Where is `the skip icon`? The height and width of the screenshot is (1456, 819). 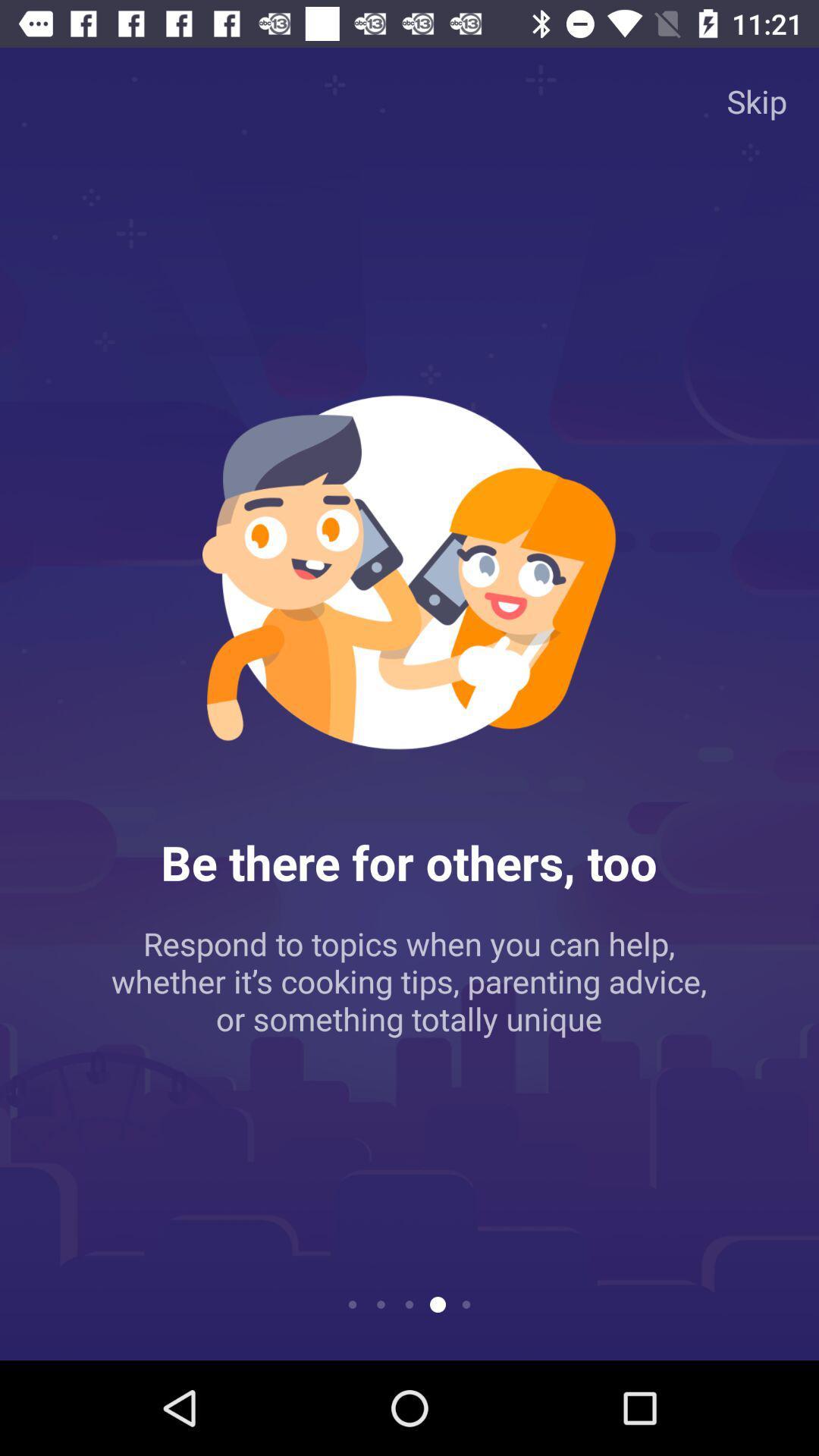 the skip icon is located at coordinates (757, 100).